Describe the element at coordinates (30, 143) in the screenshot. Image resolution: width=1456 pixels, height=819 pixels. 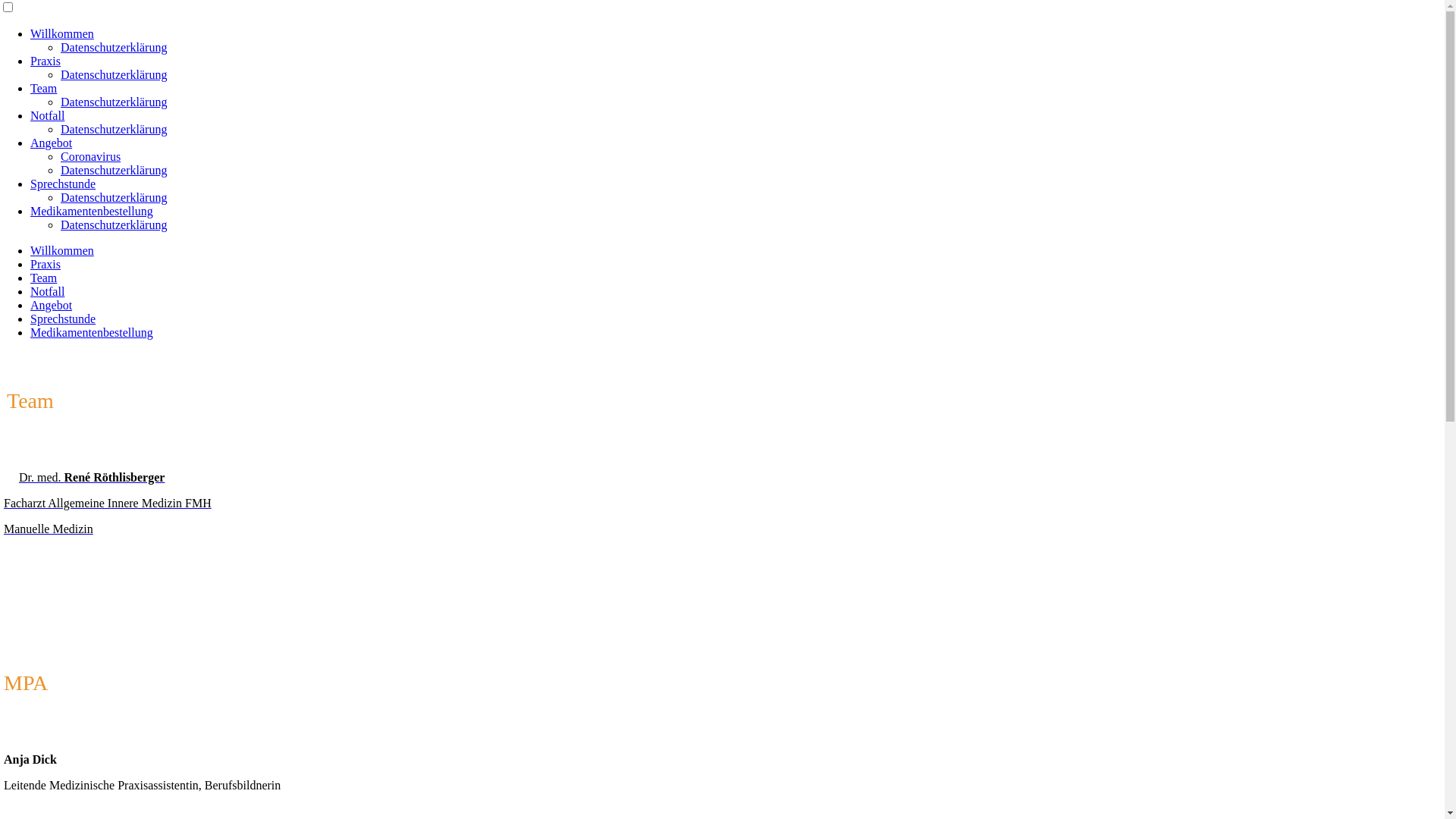
I see `'Angebot'` at that location.